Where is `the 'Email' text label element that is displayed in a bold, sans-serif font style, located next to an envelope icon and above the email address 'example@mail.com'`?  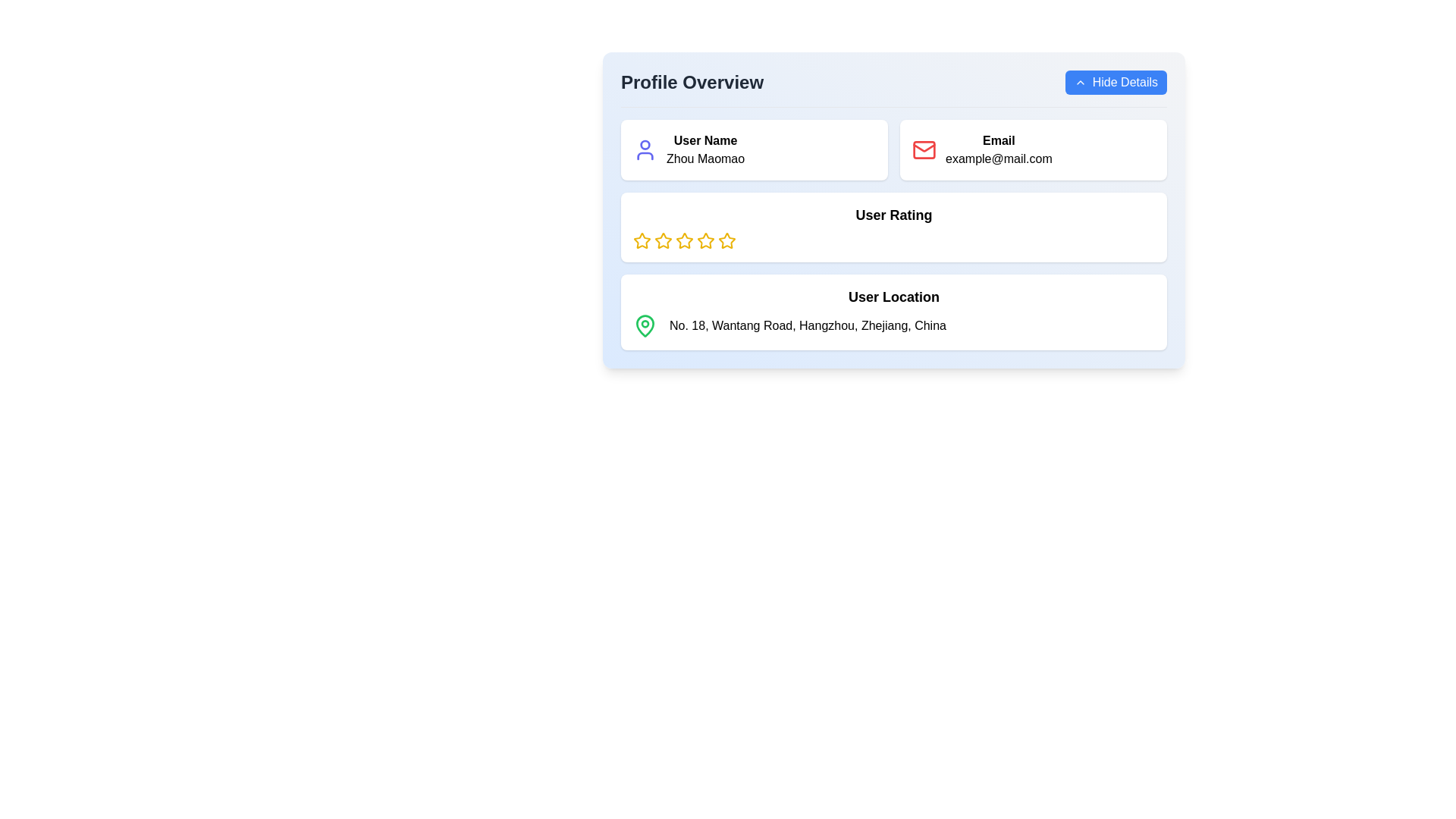
the 'Email' text label element that is displayed in a bold, sans-serif font style, located next to an envelope icon and above the email address 'example@mail.com' is located at coordinates (999, 140).